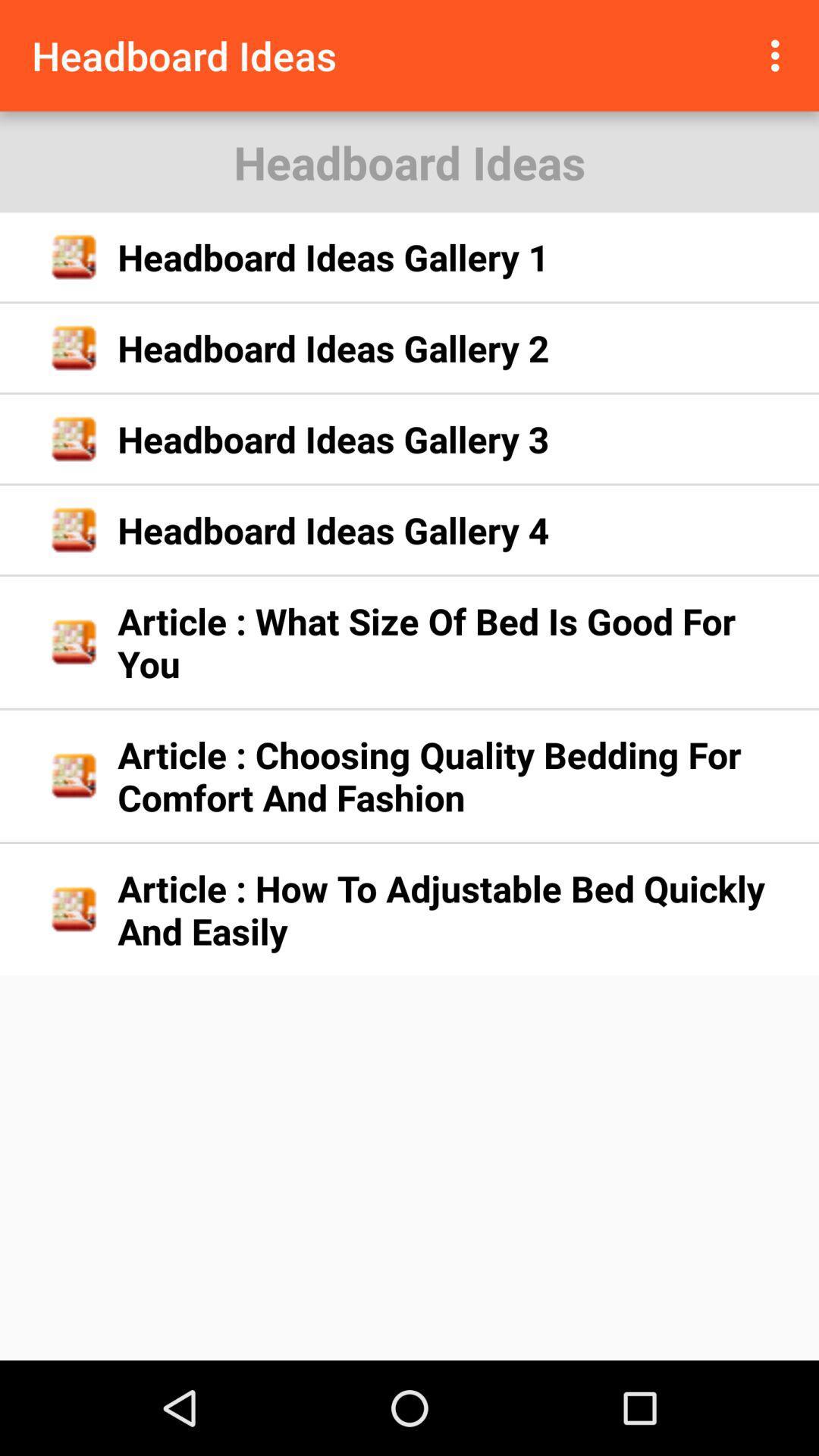 The width and height of the screenshot is (819, 1456). What do you see at coordinates (779, 55) in the screenshot?
I see `icon at the top right corner` at bounding box center [779, 55].